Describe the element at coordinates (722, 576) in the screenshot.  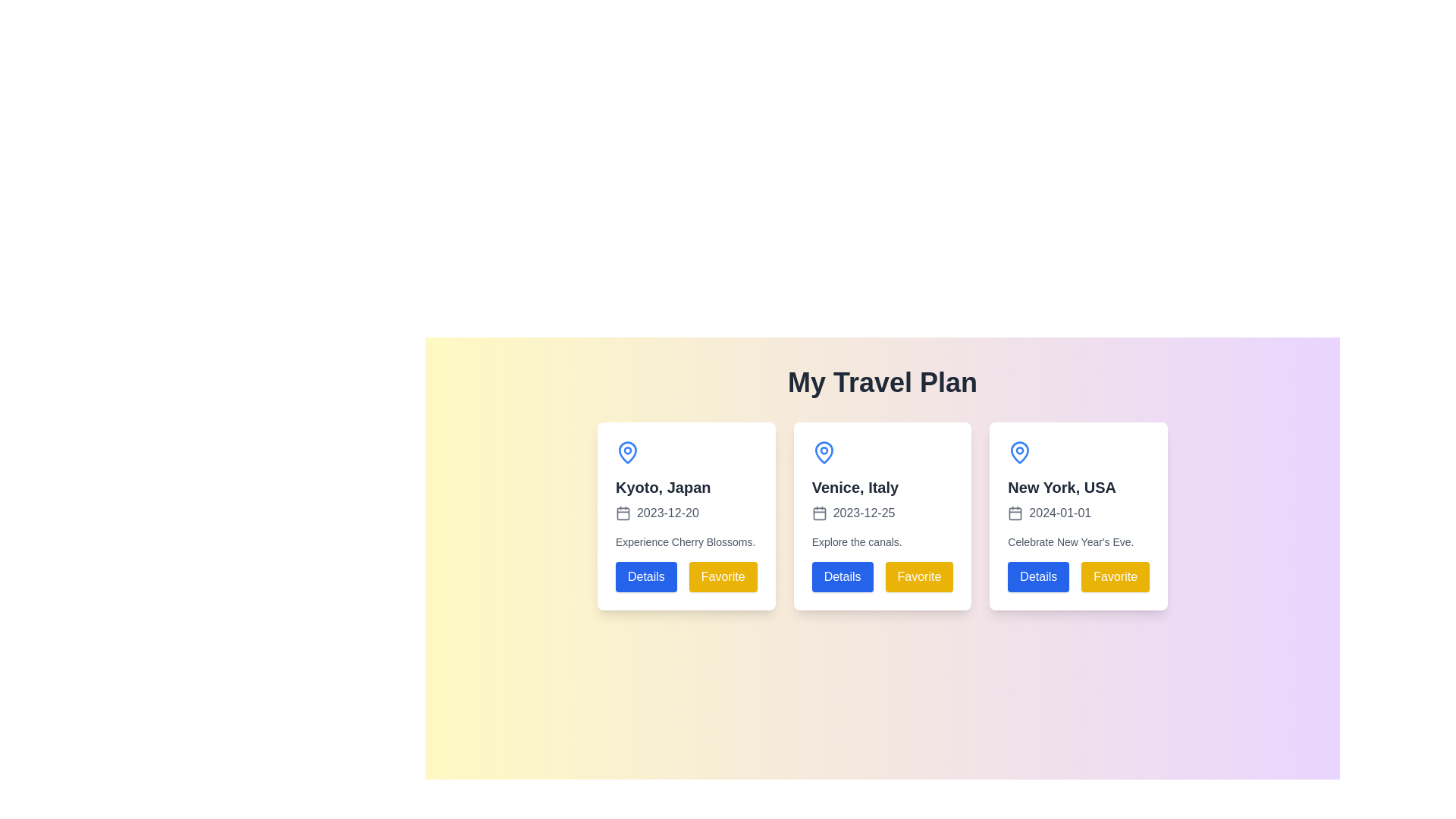
I see `the favorite button located at the bottom-right corner of the card for 'Kyoto, Japan'` at that location.